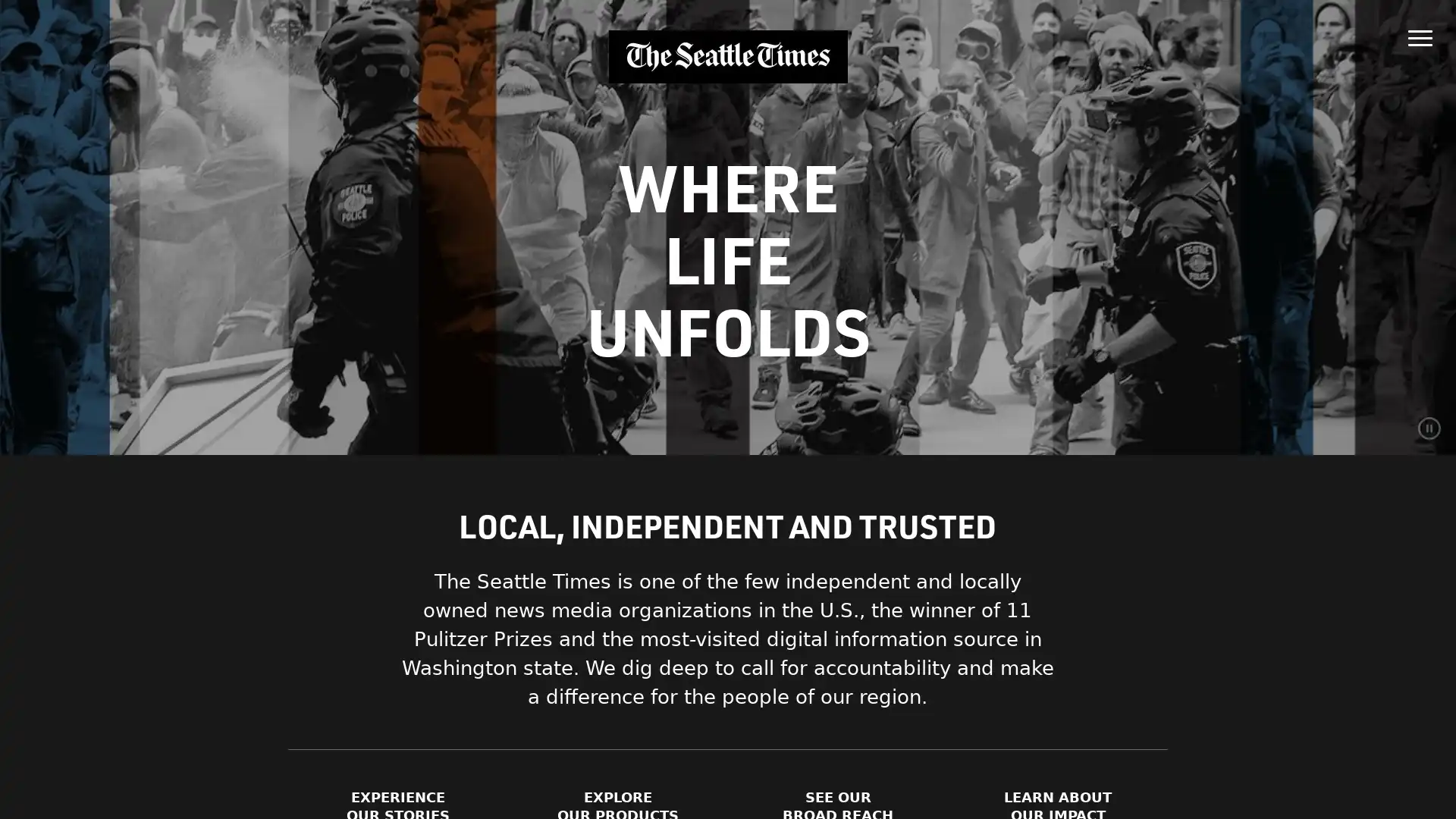 The height and width of the screenshot is (819, 1456). Describe the element at coordinates (1419, 34) in the screenshot. I see `Toggle navigation` at that location.